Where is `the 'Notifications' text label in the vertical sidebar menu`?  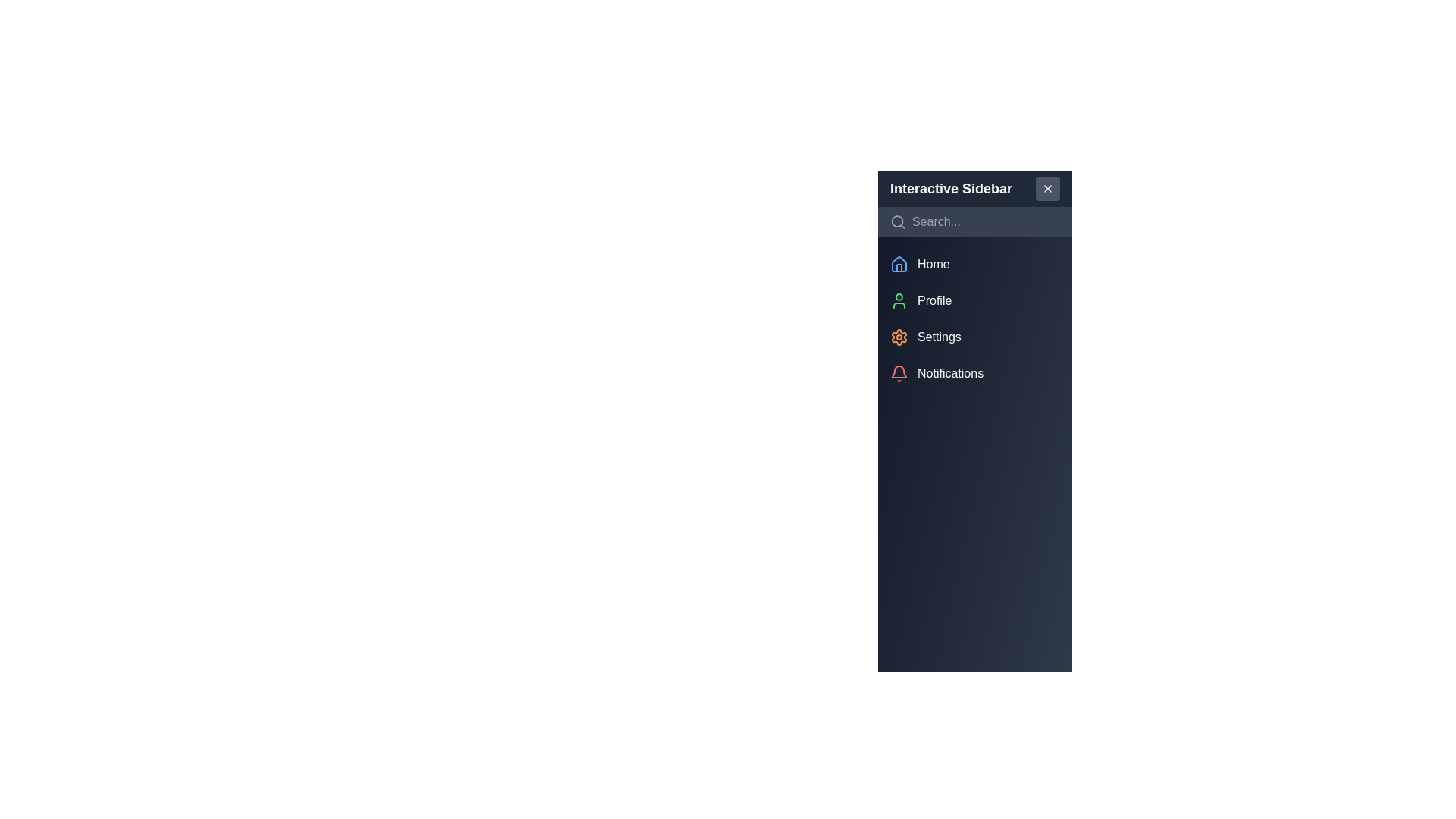
the 'Notifications' text label in the vertical sidebar menu is located at coordinates (949, 374).